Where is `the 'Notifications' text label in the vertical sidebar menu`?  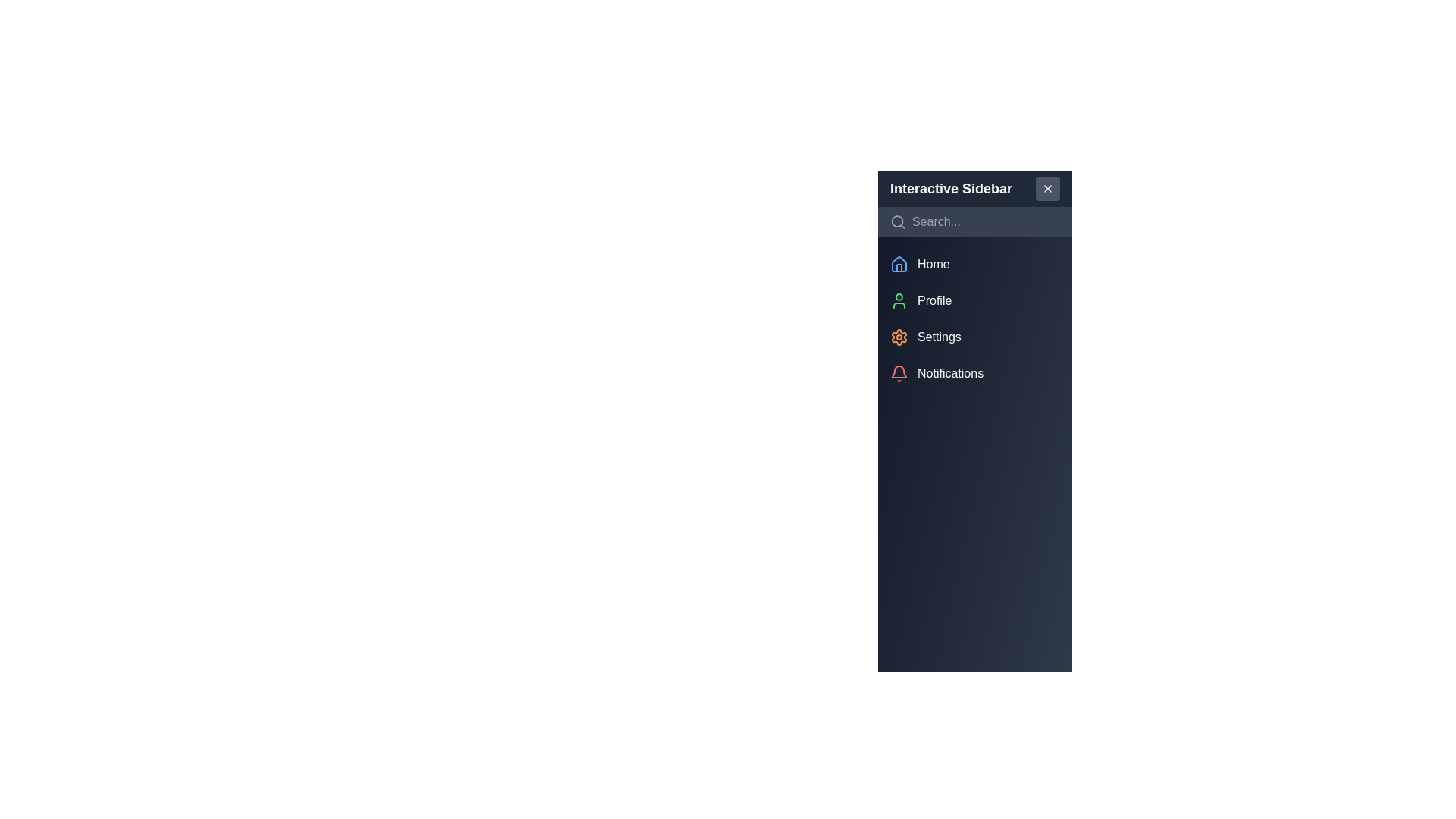
the 'Notifications' text label in the vertical sidebar menu is located at coordinates (949, 374).